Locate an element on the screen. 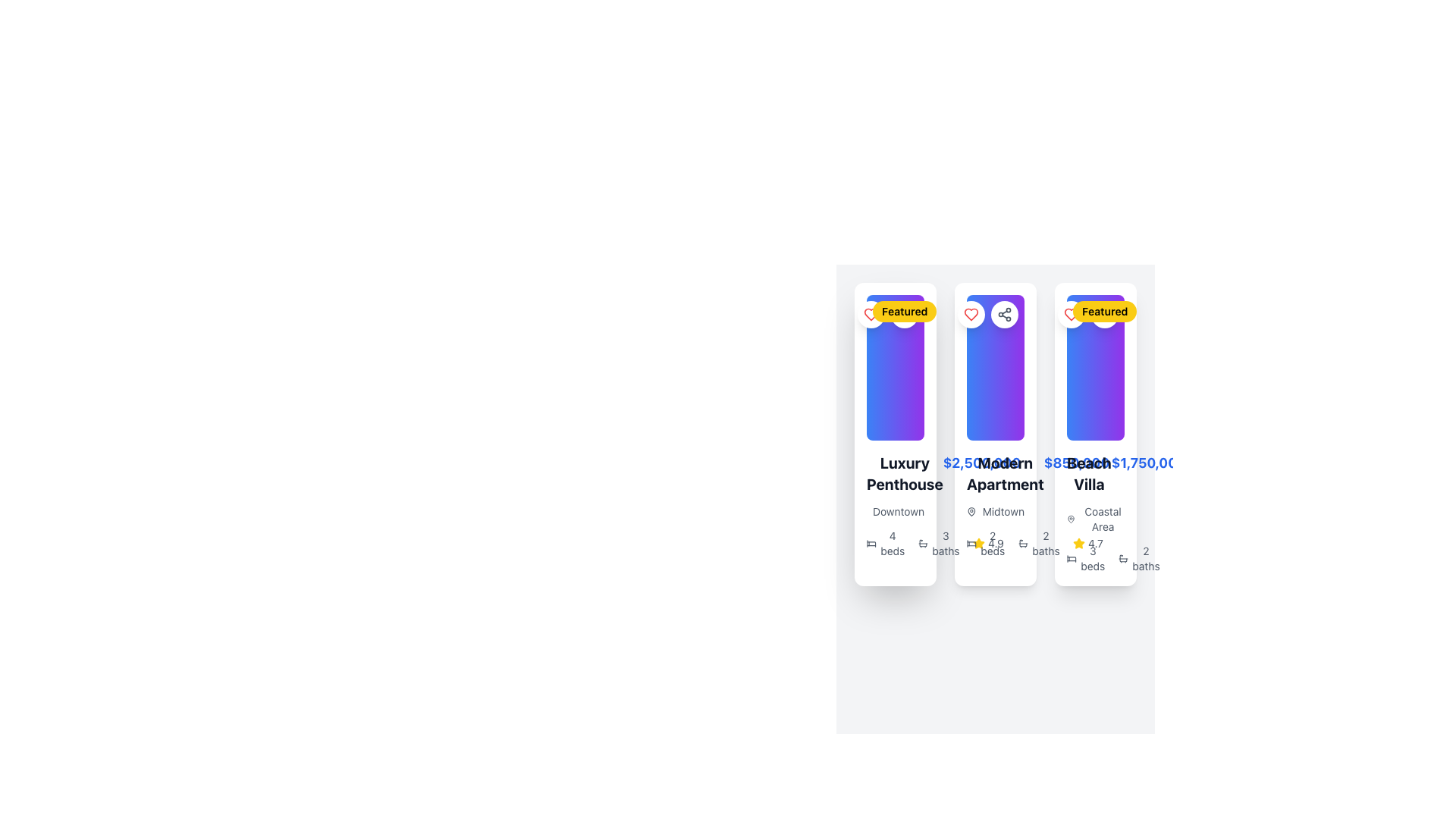 This screenshot has height=819, width=1456. text '2 beds' located in the lower center portion of the second property listing card, positioned below the location information and next to a bed icon is located at coordinates (993, 543).